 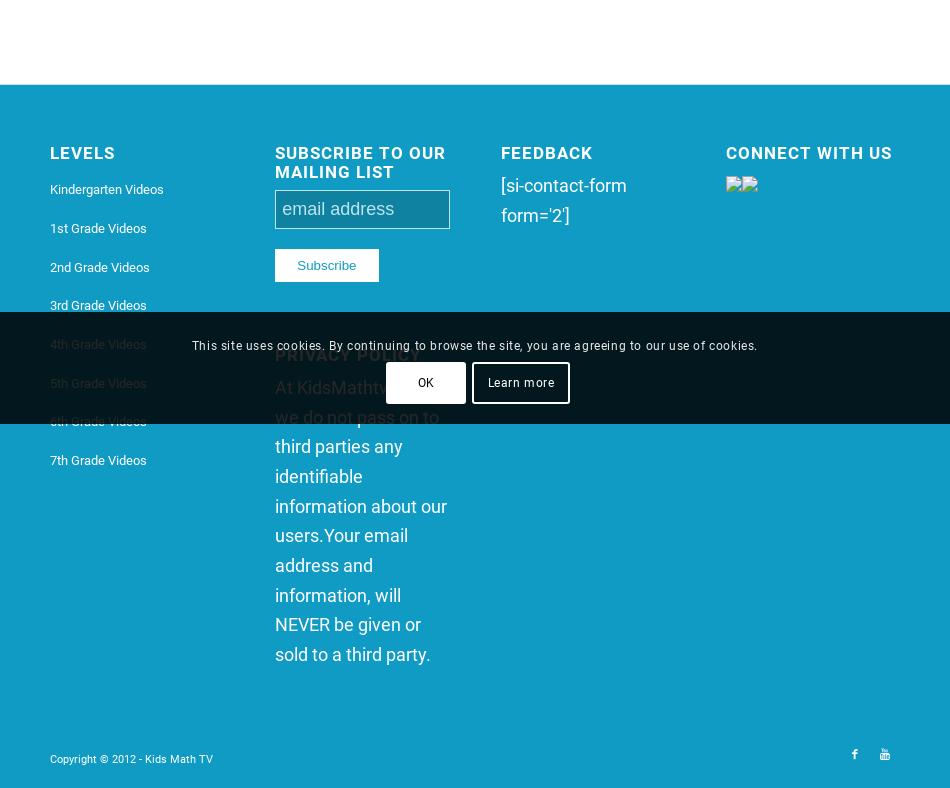 I want to click on 'Feedback', so click(x=499, y=153).